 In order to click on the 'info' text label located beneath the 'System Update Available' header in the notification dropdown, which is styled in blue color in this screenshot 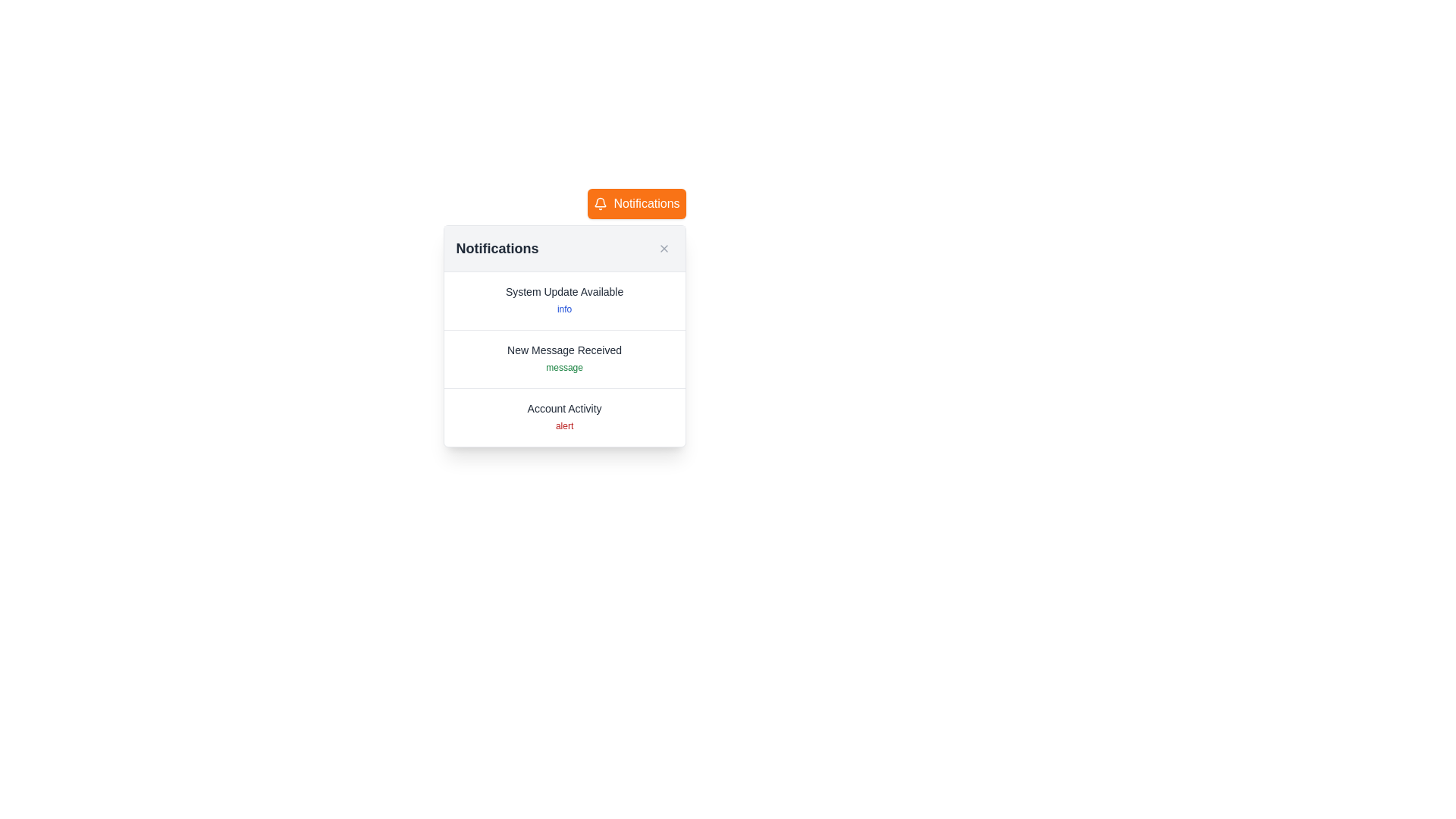, I will do `click(563, 309)`.